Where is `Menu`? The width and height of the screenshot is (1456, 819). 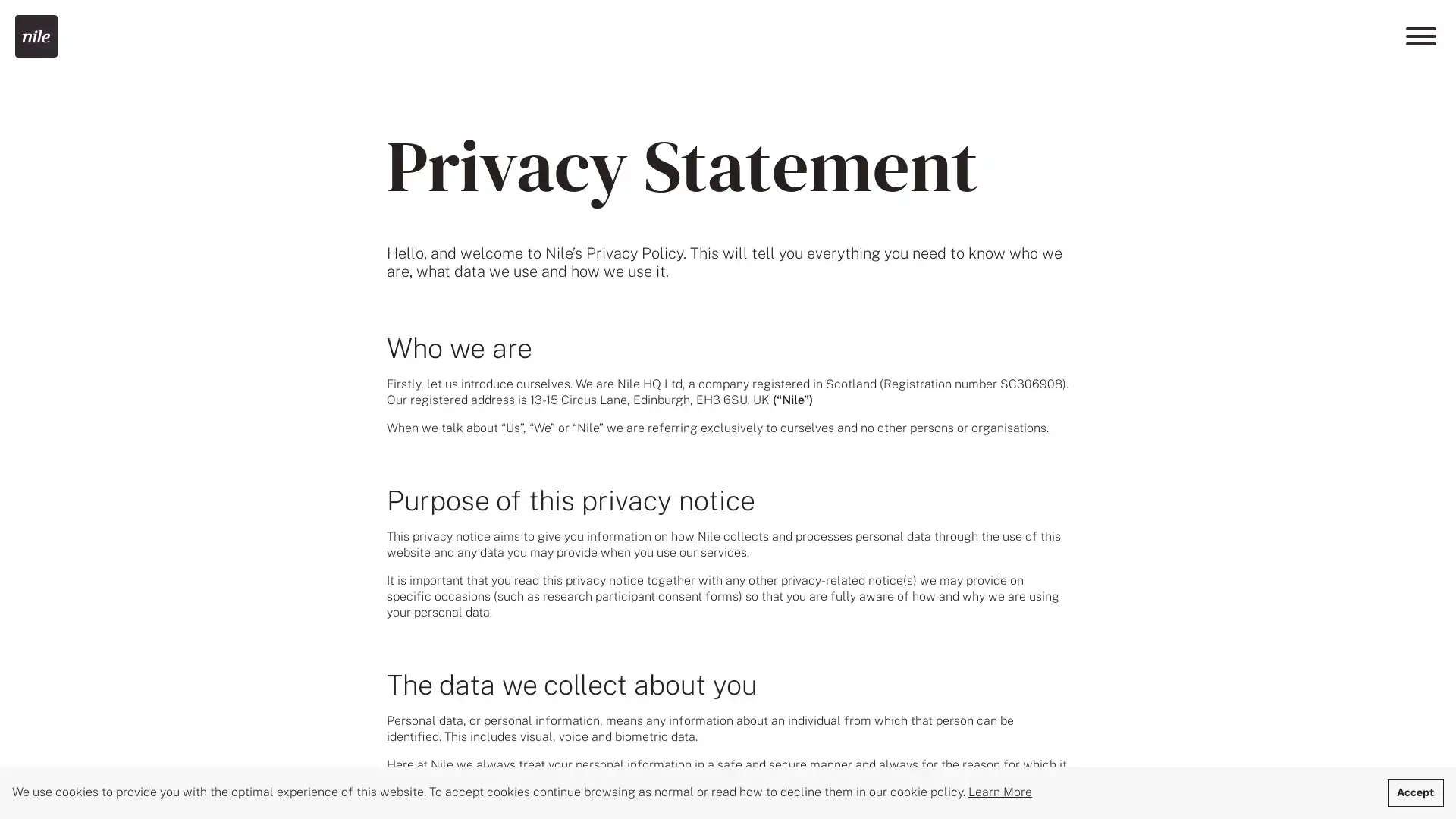
Menu is located at coordinates (1420, 35).